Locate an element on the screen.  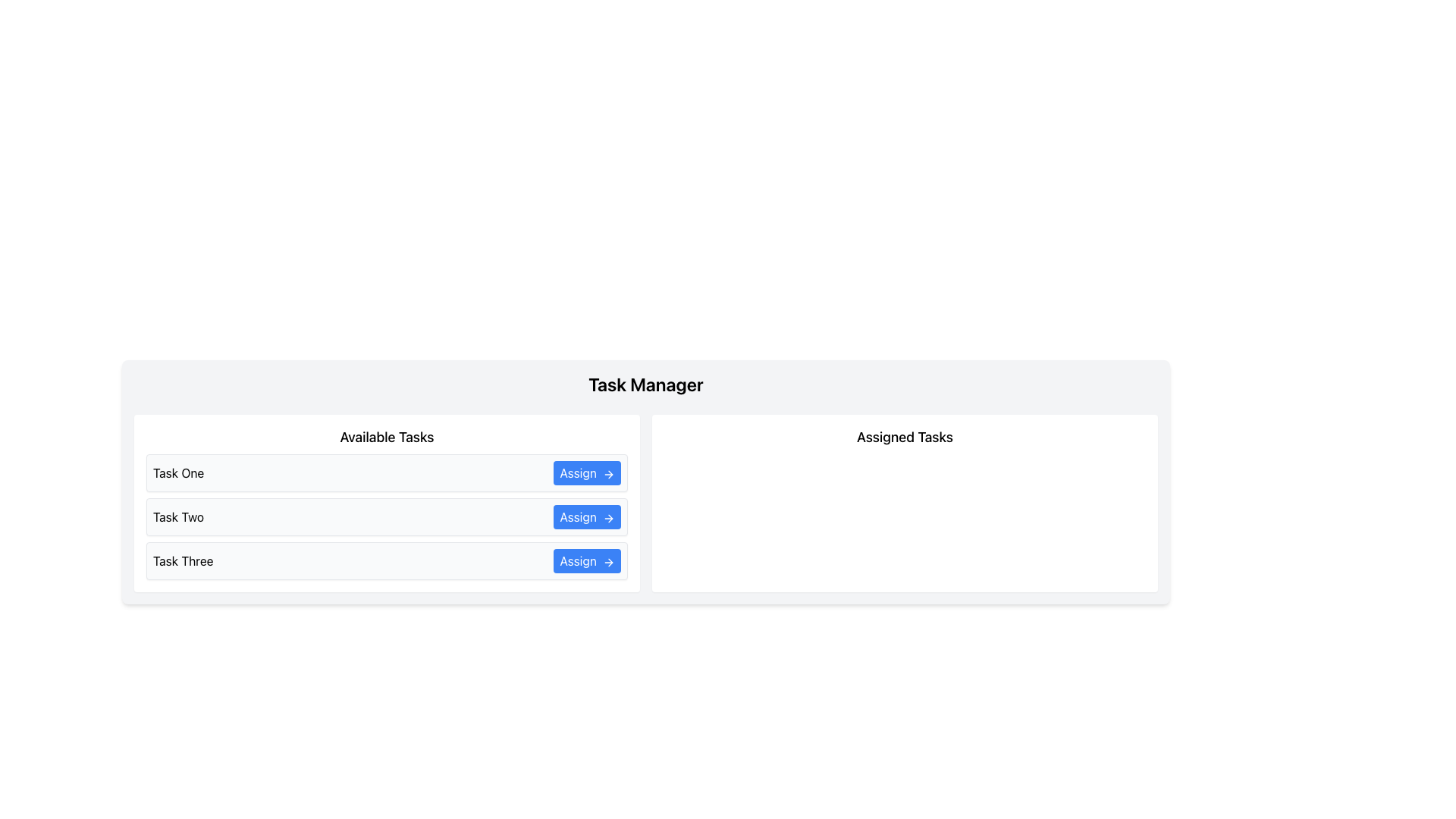
the rightward-pointing arrow icon within the 'Assign' button in the 'Available Tasks' section of the page is located at coordinates (608, 472).